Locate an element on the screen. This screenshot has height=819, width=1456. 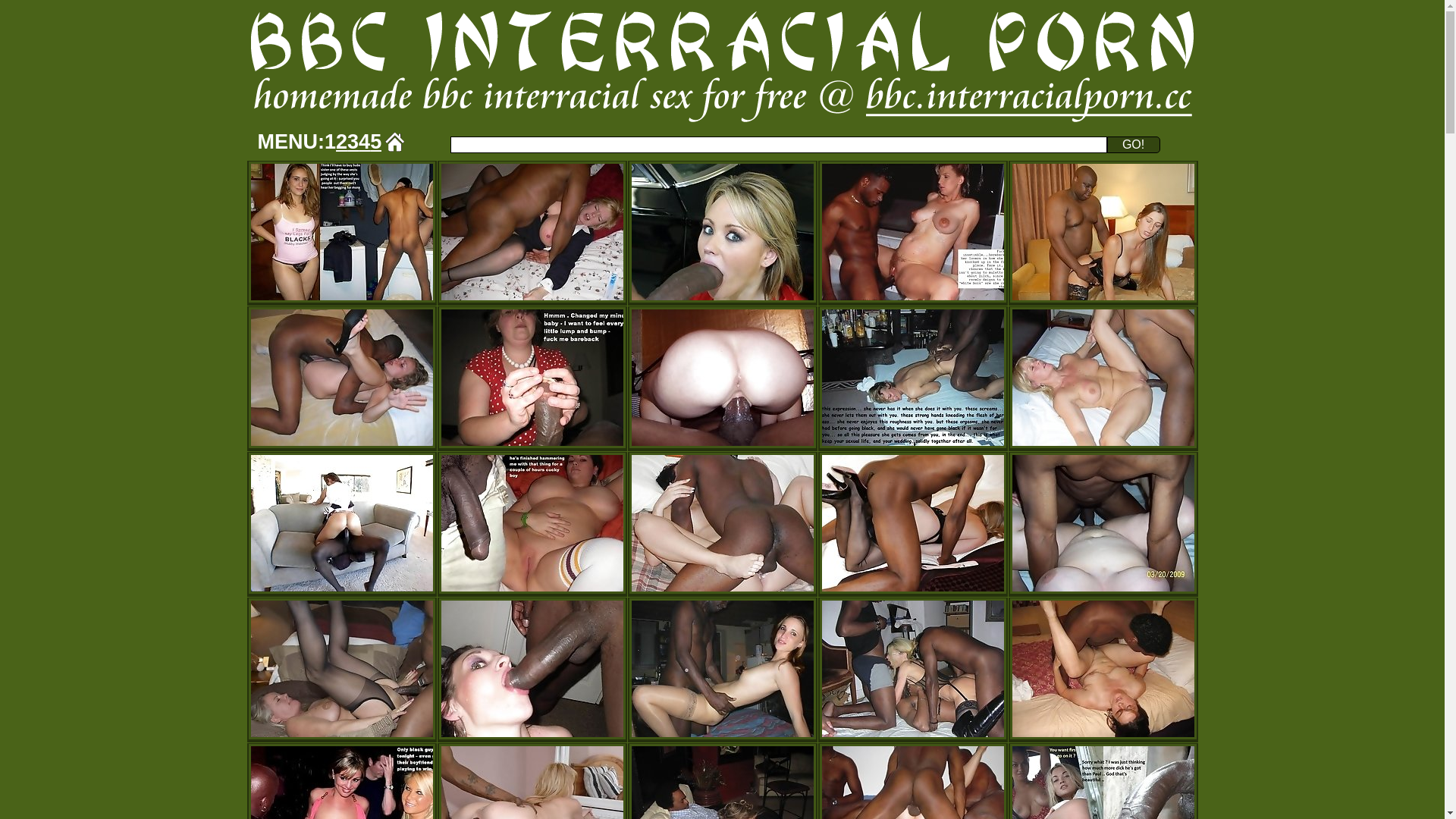
'Search' is located at coordinates (779, 145).